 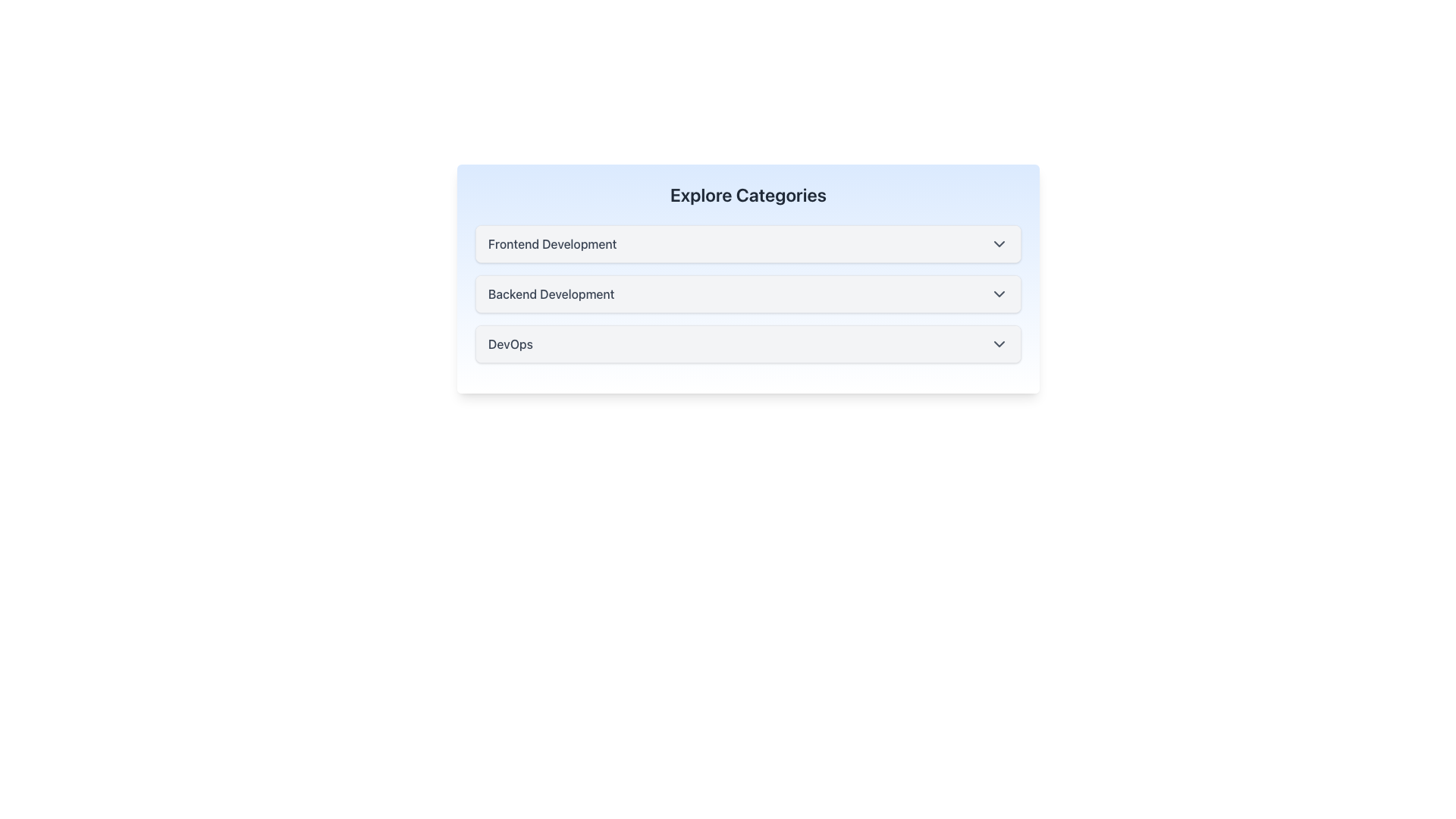 I want to click on the 'Frontend Development' button located at the top of the category list, so click(x=748, y=243).